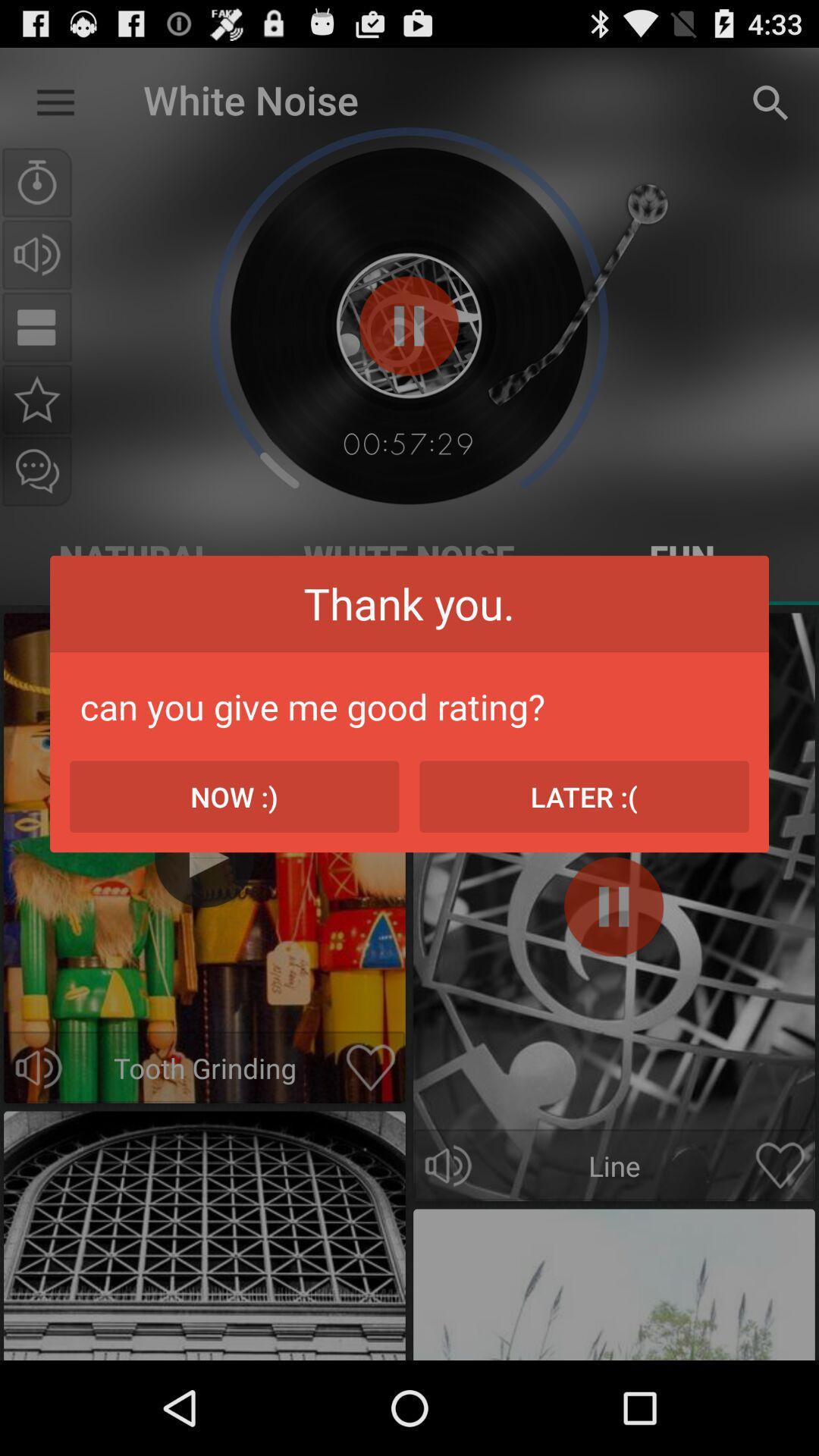  I want to click on the icon to the left of the later :(, so click(234, 795).